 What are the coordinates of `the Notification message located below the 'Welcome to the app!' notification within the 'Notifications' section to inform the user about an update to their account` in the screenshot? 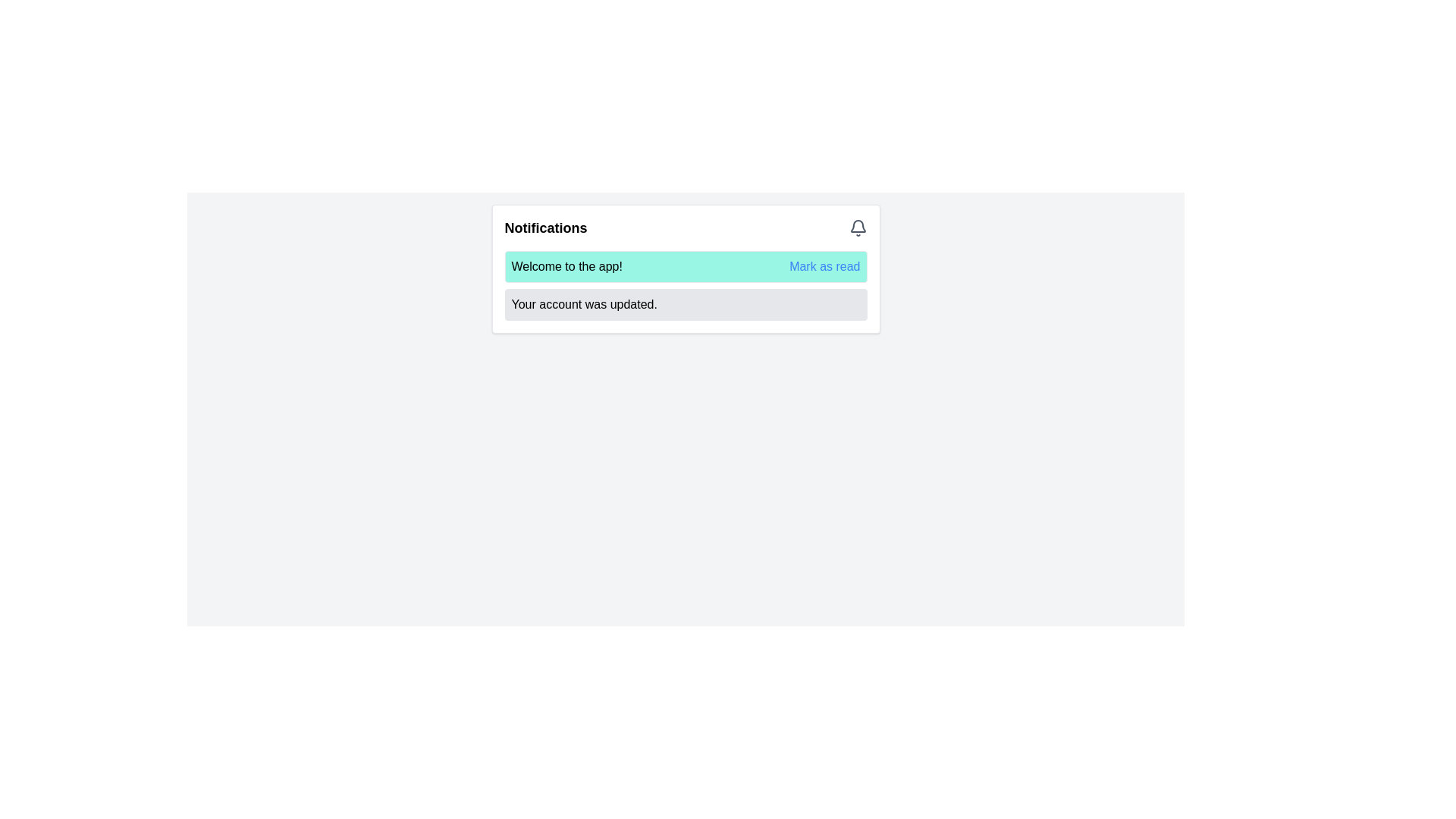 It's located at (685, 304).